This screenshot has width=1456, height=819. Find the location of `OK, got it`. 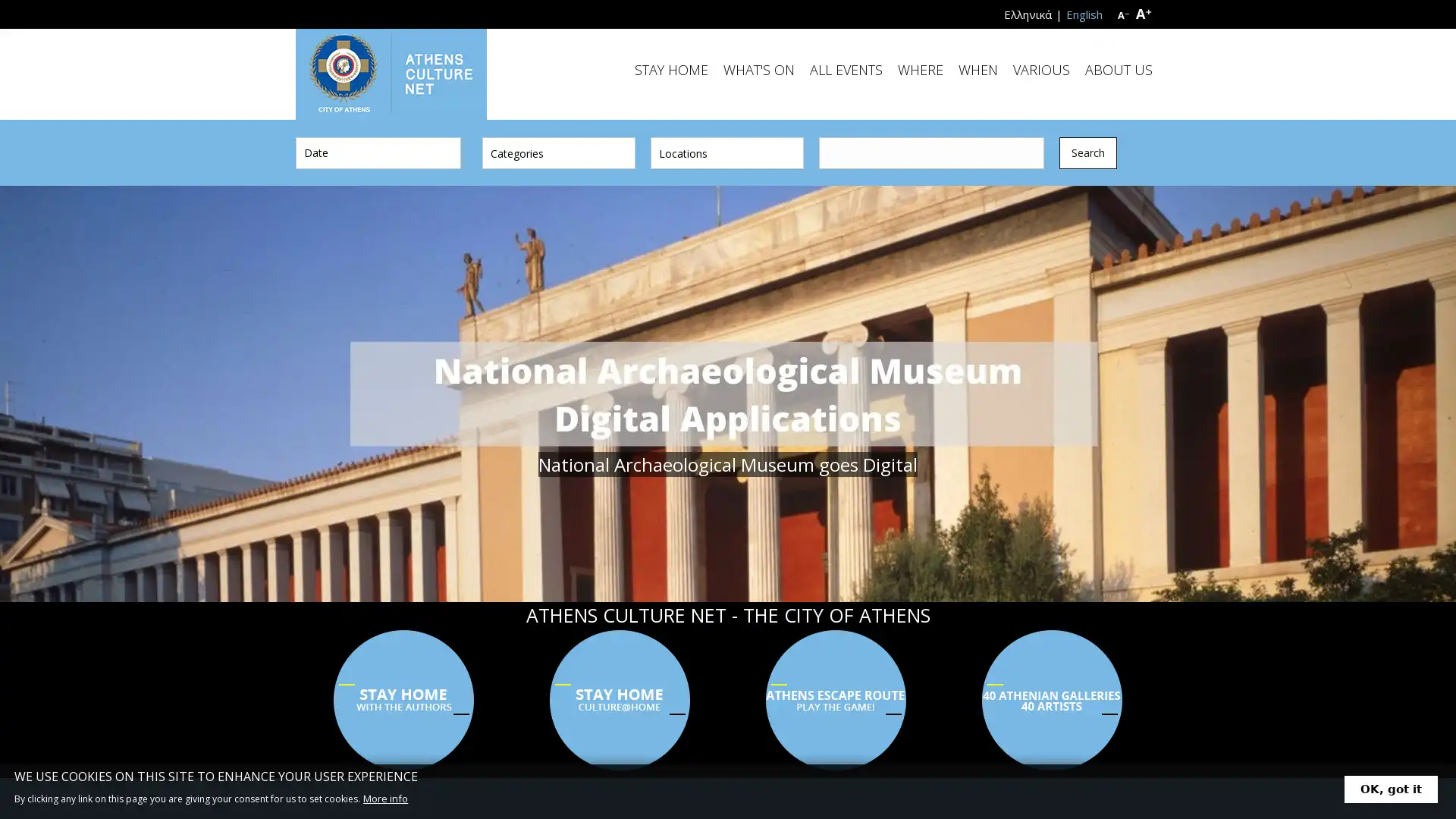

OK, got it is located at coordinates (1390, 789).